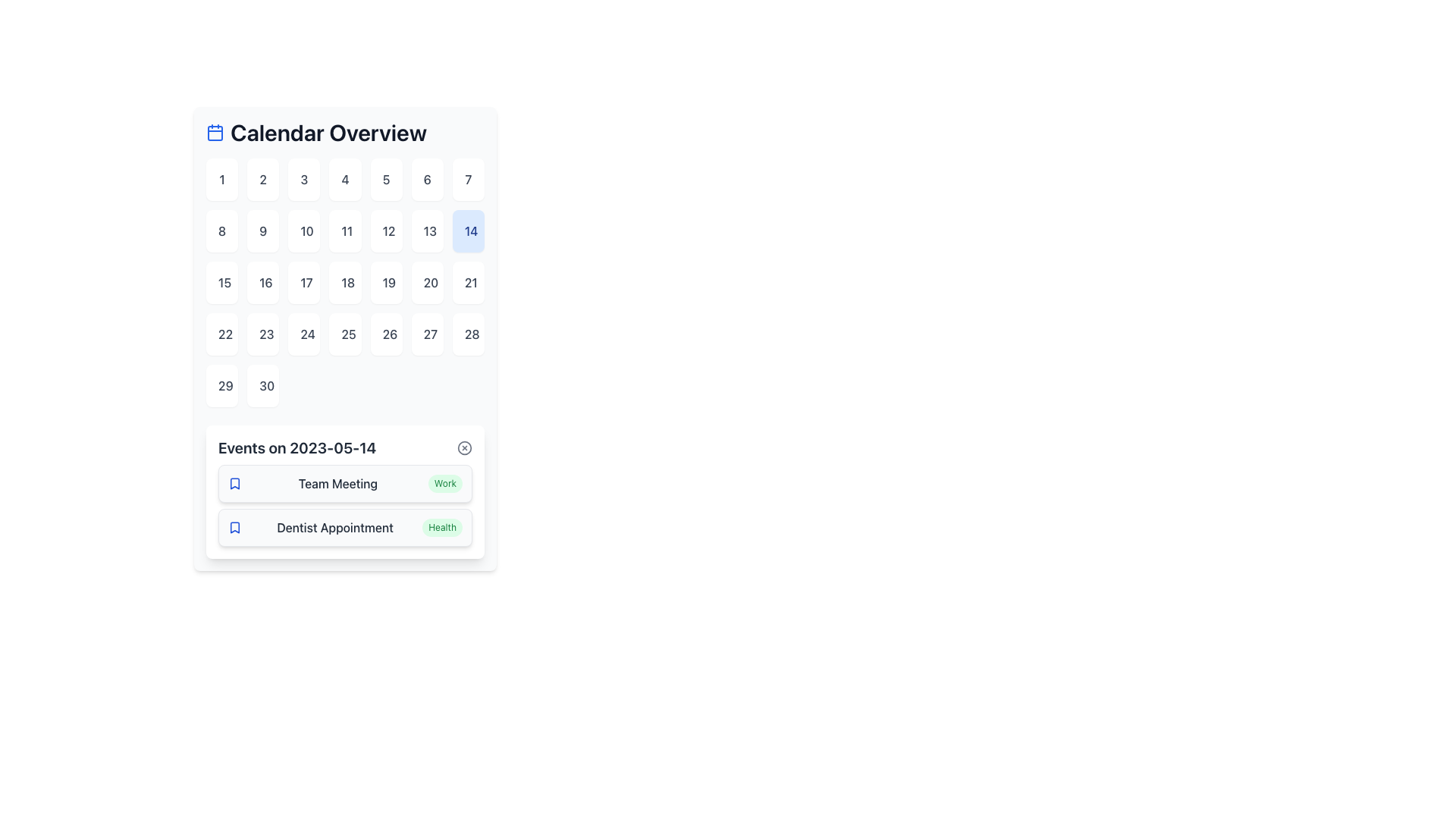 The width and height of the screenshot is (1456, 819). Describe the element at coordinates (385, 333) in the screenshot. I see `the date button labeled '26'` at that location.